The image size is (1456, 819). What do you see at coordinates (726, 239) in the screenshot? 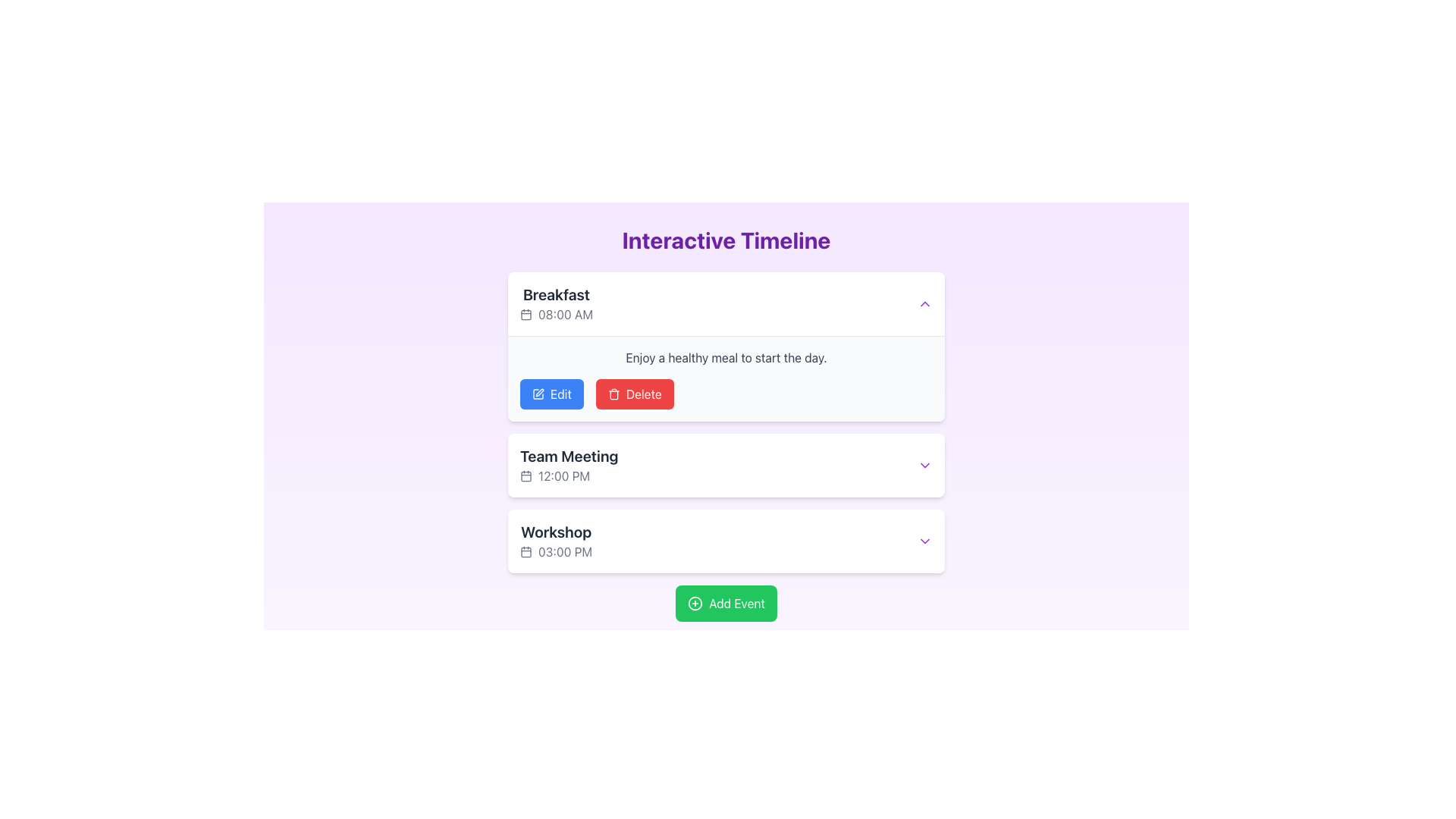
I see `the static text label or header component that serves as the title for the application managing an interactive timeline` at bounding box center [726, 239].